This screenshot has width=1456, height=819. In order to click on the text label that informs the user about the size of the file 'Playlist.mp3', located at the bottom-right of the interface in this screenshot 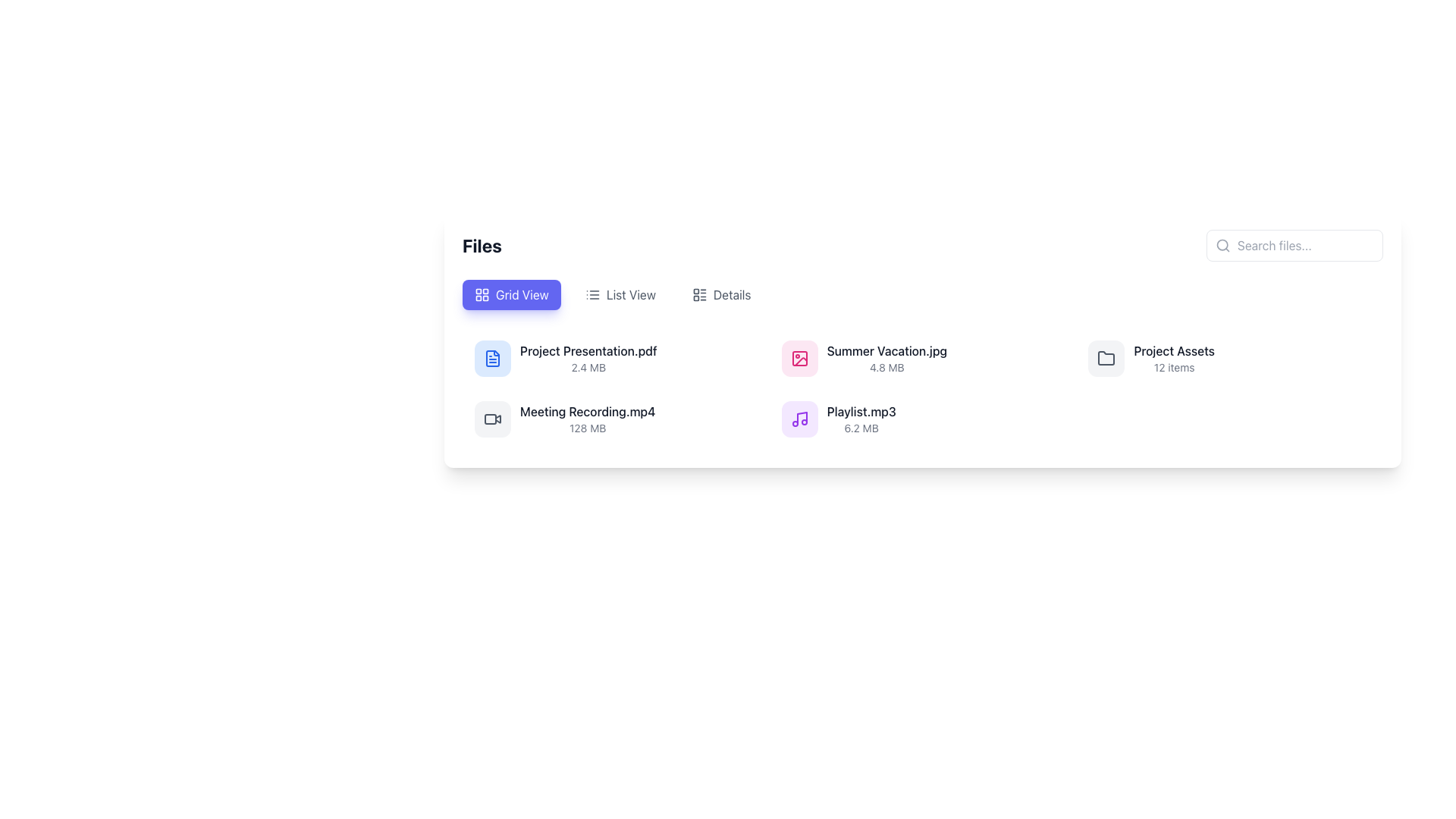, I will do `click(861, 428)`.